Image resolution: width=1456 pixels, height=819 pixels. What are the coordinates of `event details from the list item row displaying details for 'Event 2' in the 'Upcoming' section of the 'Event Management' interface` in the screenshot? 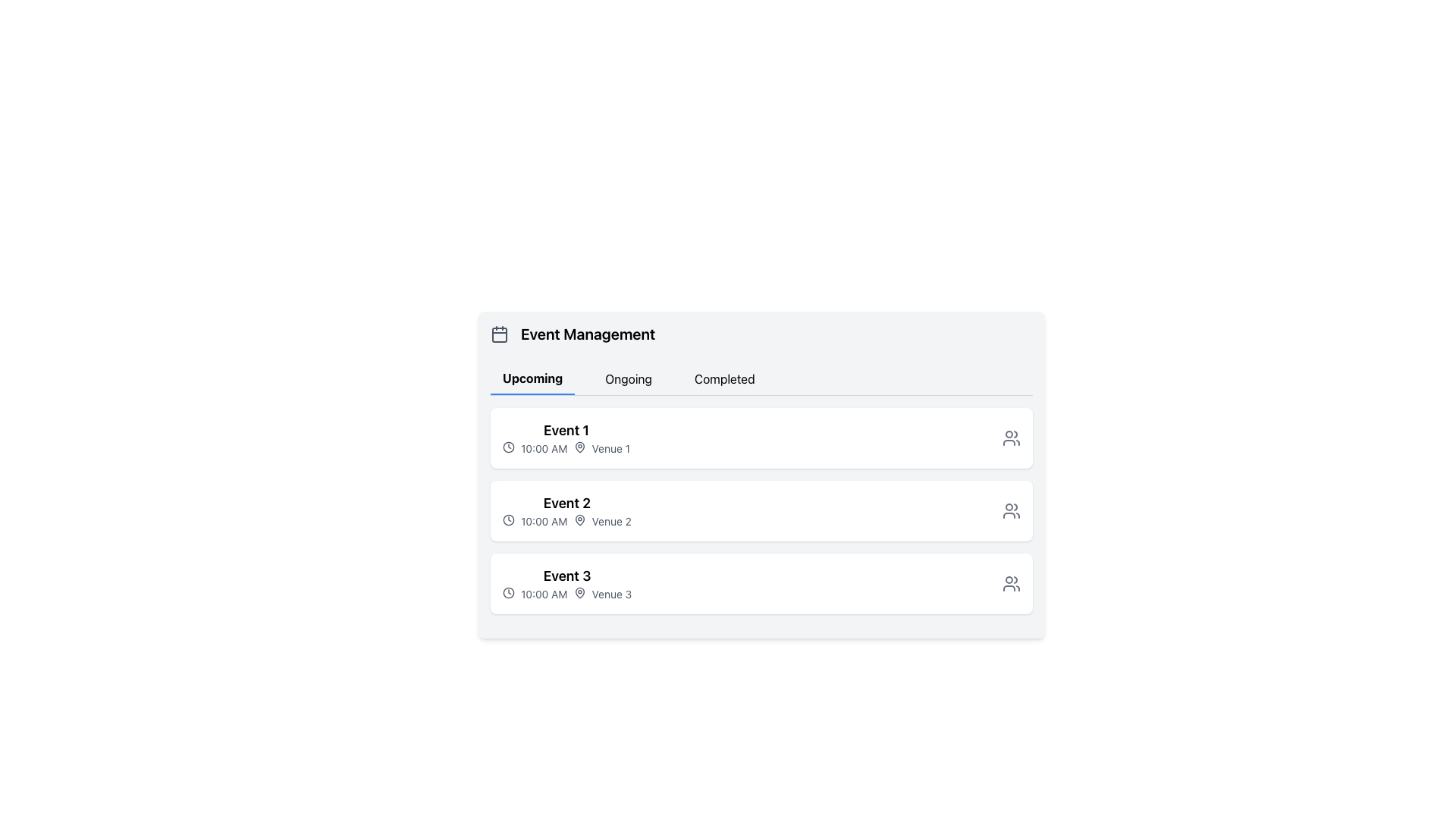 It's located at (761, 511).